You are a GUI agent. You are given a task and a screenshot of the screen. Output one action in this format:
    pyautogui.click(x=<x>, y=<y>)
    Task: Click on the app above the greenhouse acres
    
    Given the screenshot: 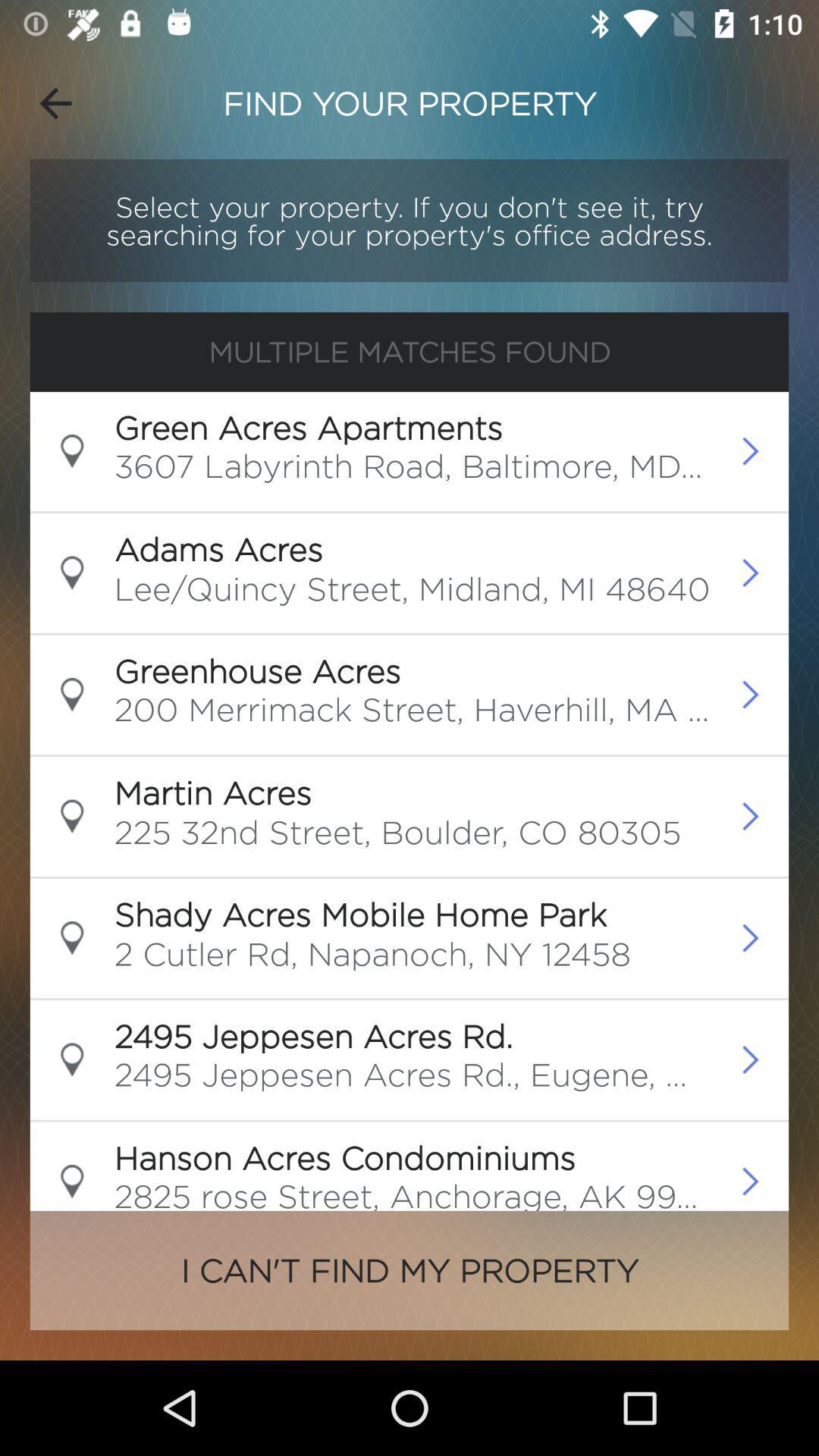 What is the action you would take?
    pyautogui.click(x=412, y=591)
    